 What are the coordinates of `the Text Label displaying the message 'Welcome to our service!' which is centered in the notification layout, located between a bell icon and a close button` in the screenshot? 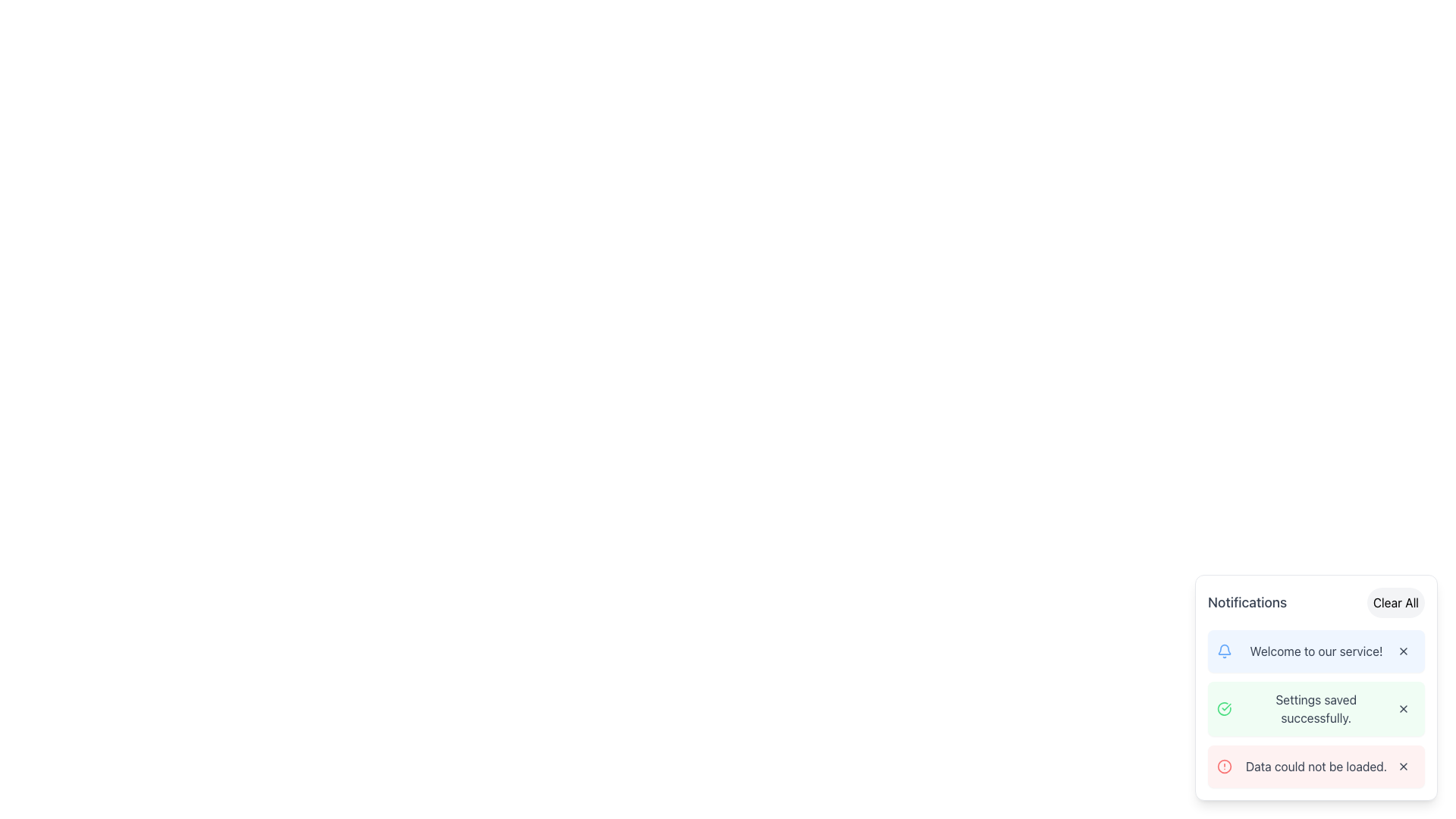 It's located at (1316, 651).